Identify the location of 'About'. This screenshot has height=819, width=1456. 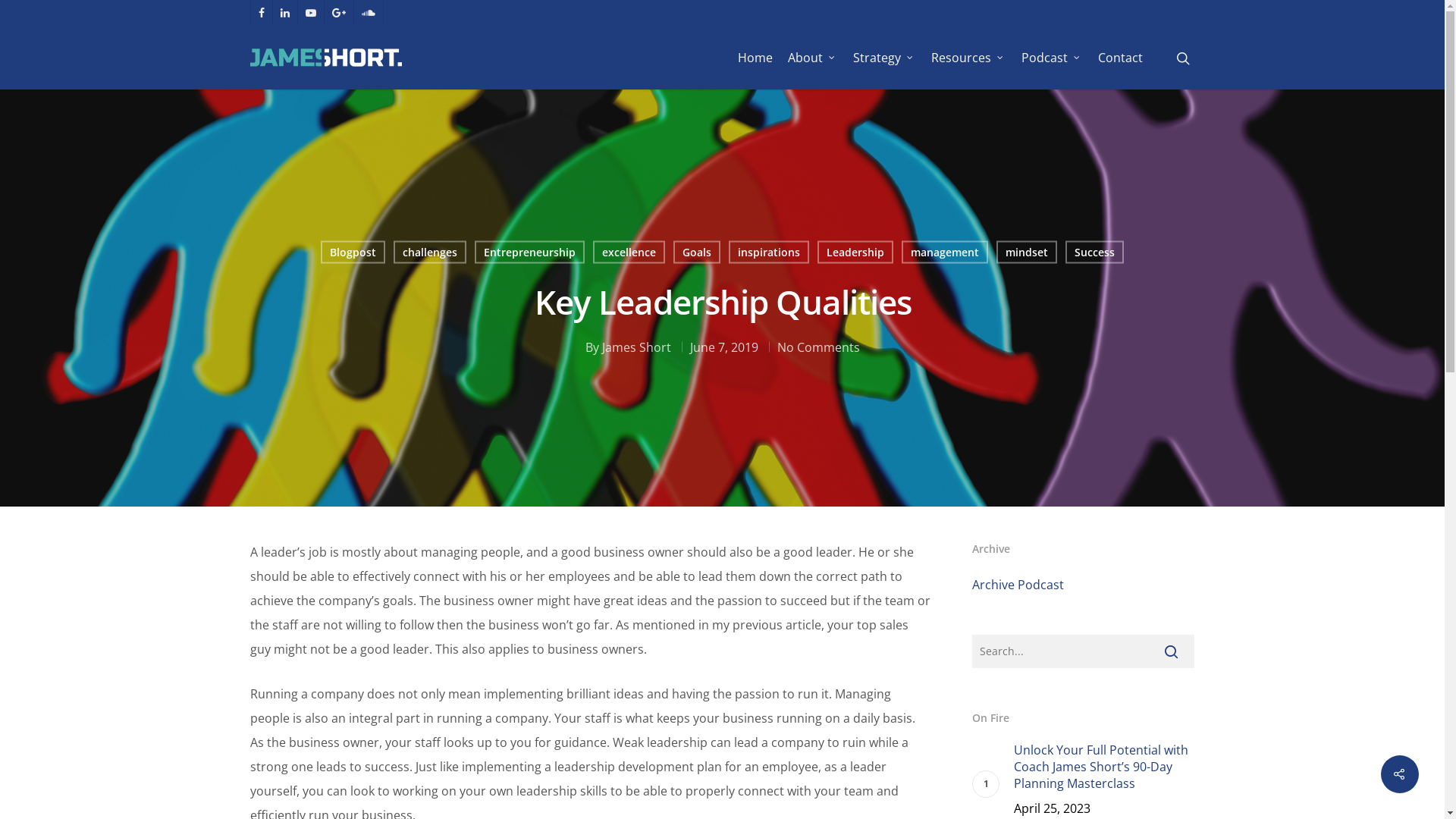
(811, 57).